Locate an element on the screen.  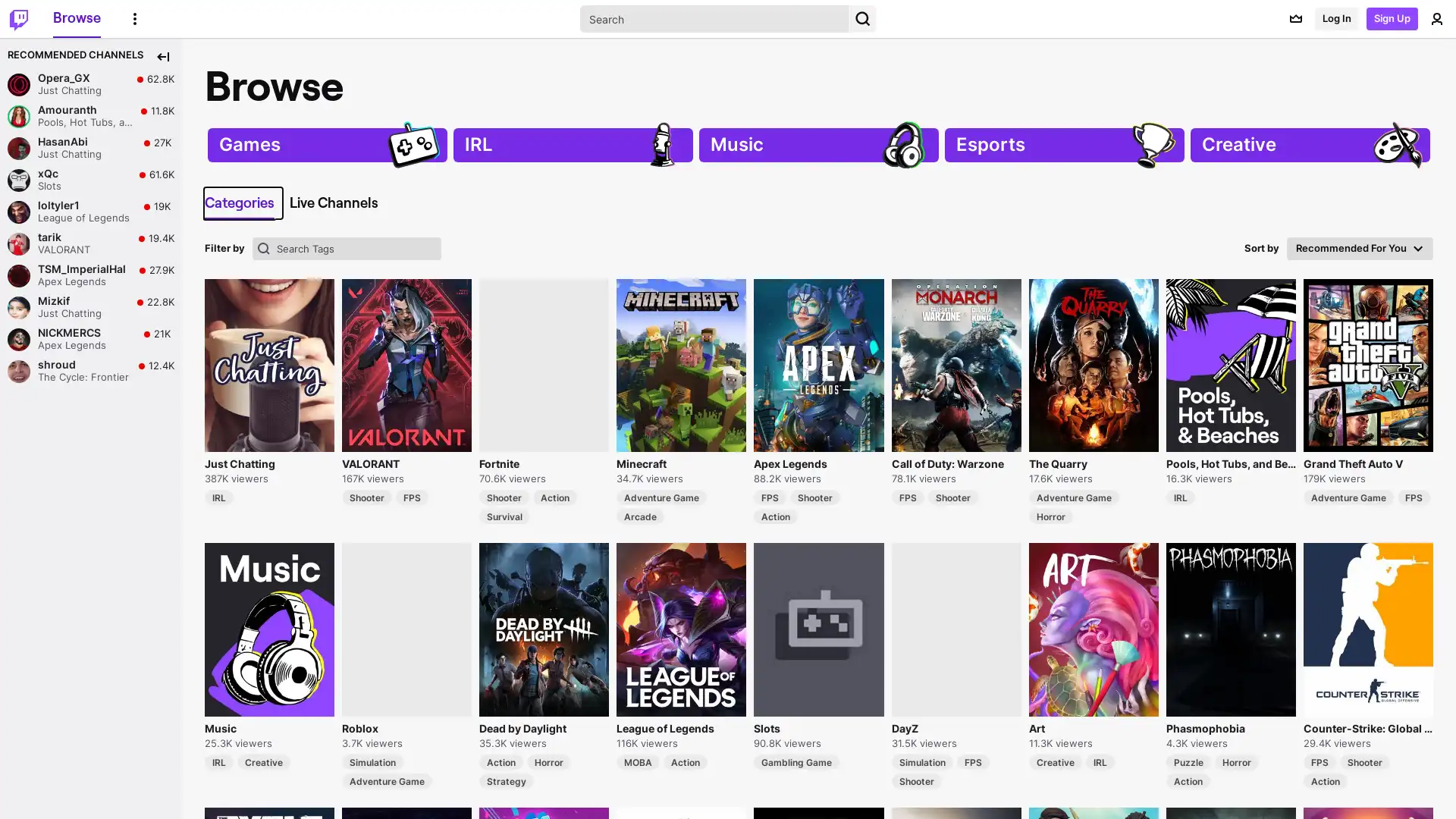
User Menu is located at coordinates (1436, 18).